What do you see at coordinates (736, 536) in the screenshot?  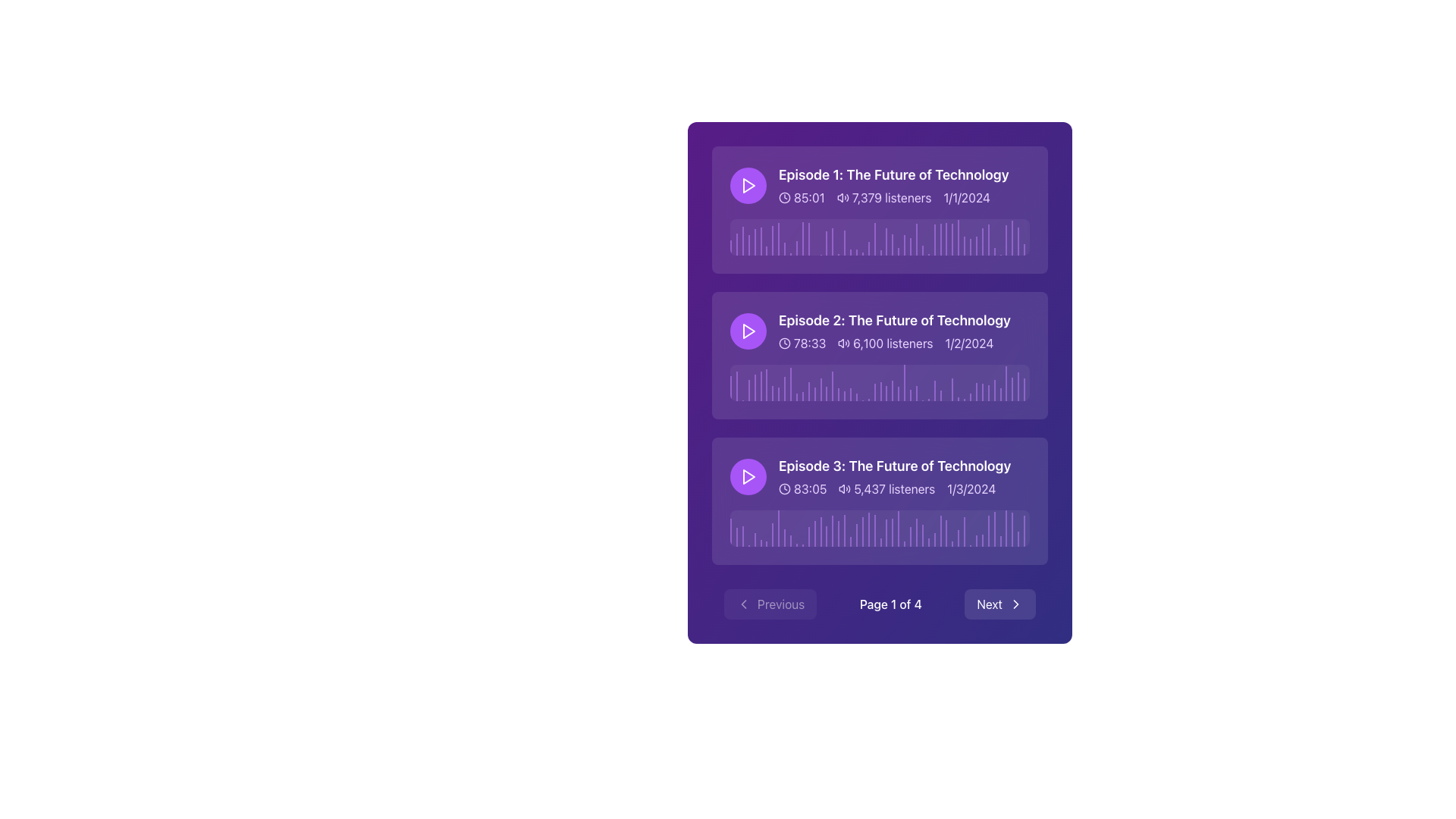 I see `the second vertical graphical bar in the bottom section related to 'Episode 3: The Future of Technology'` at bounding box center [736, 536].